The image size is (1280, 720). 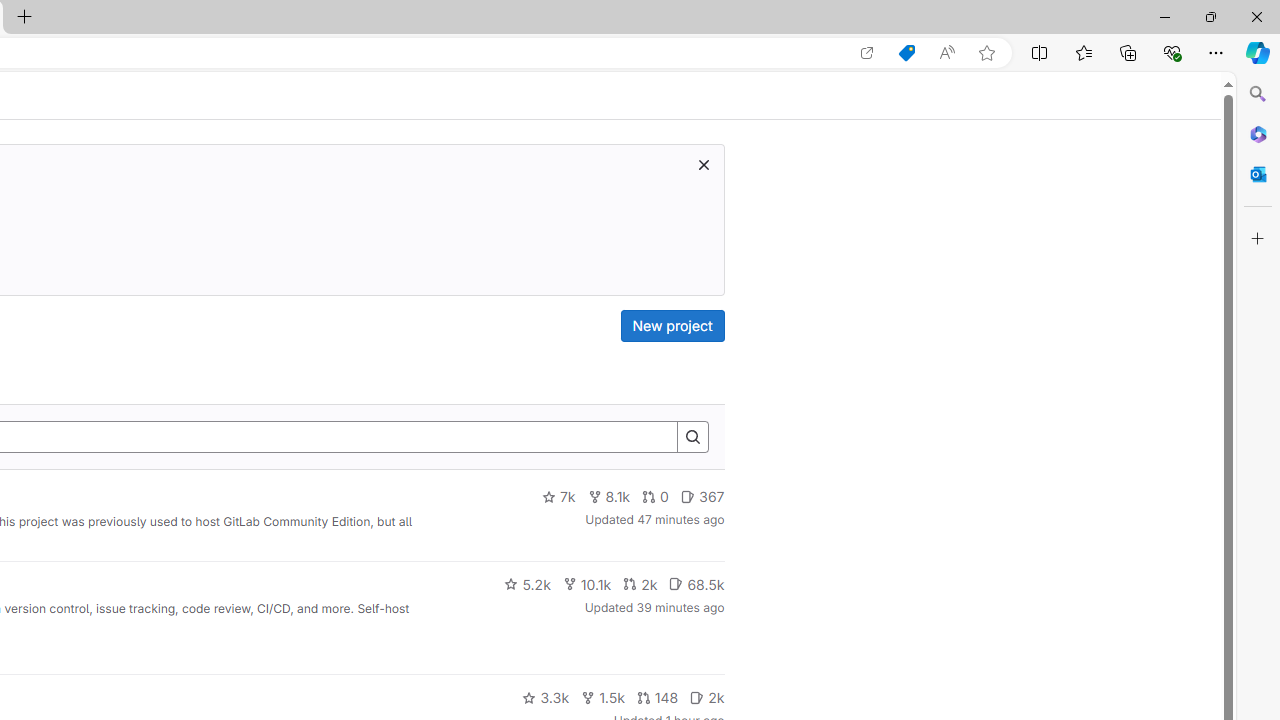 What do you see at coordinates (1257, 173) in the screenshot?
I see `'Close Outlook pane'` at bounding box center [1257, 173].